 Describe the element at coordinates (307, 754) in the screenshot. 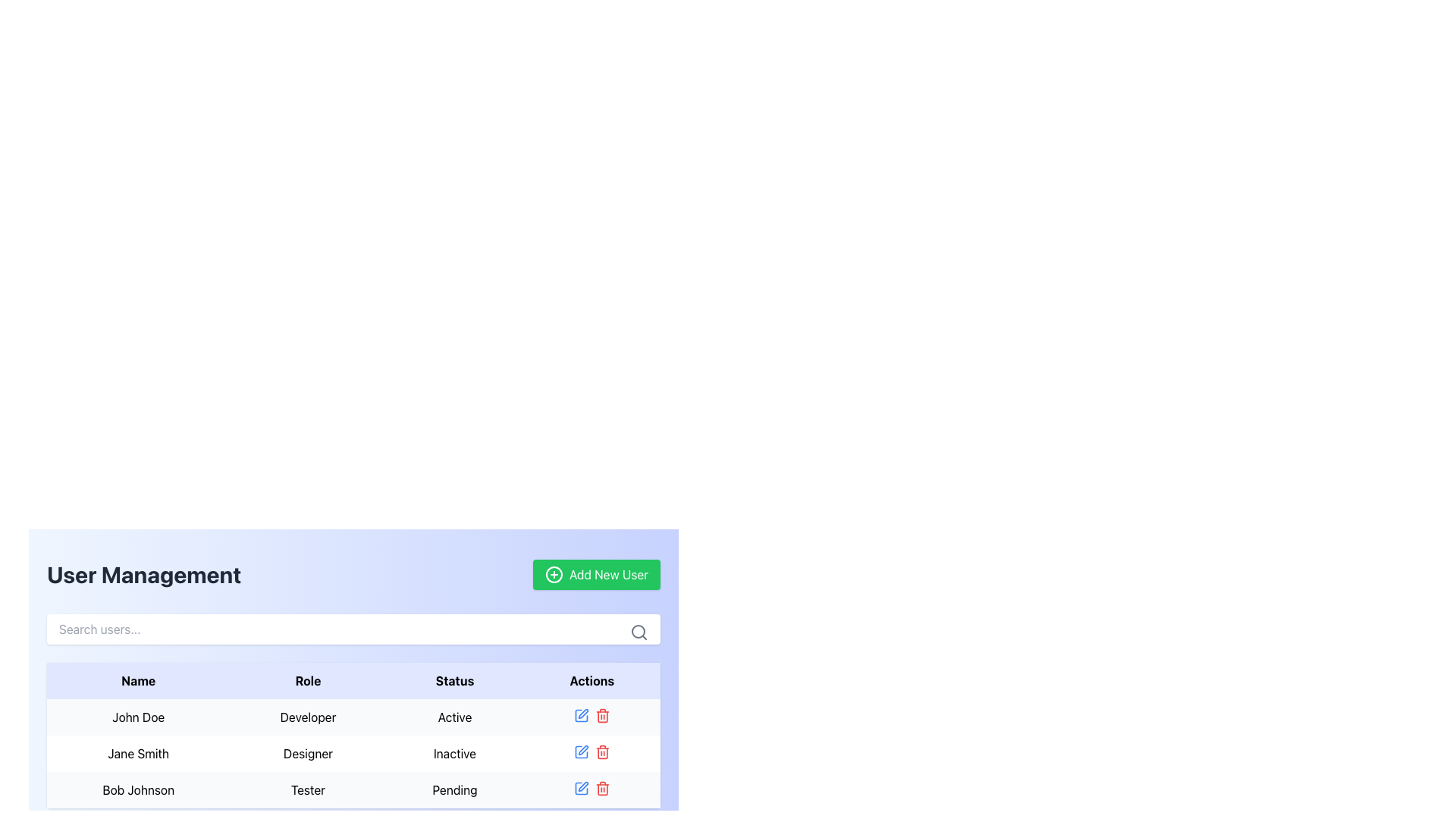

I see `the static text label displaying 'Designer' in the Role column of the table for user 'Jane Smith'` at that location.